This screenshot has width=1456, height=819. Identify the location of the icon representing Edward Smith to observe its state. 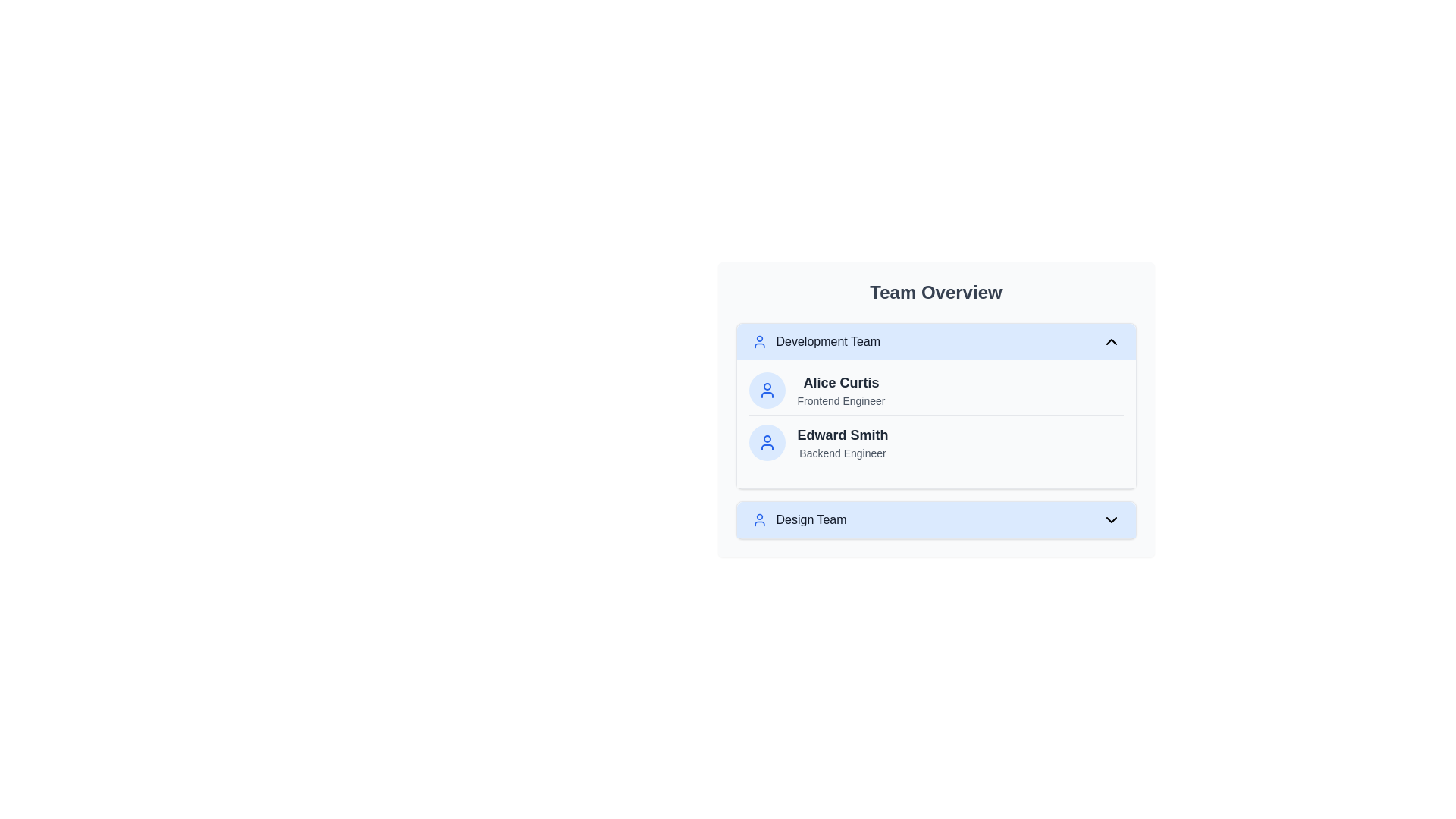
(767, 442).